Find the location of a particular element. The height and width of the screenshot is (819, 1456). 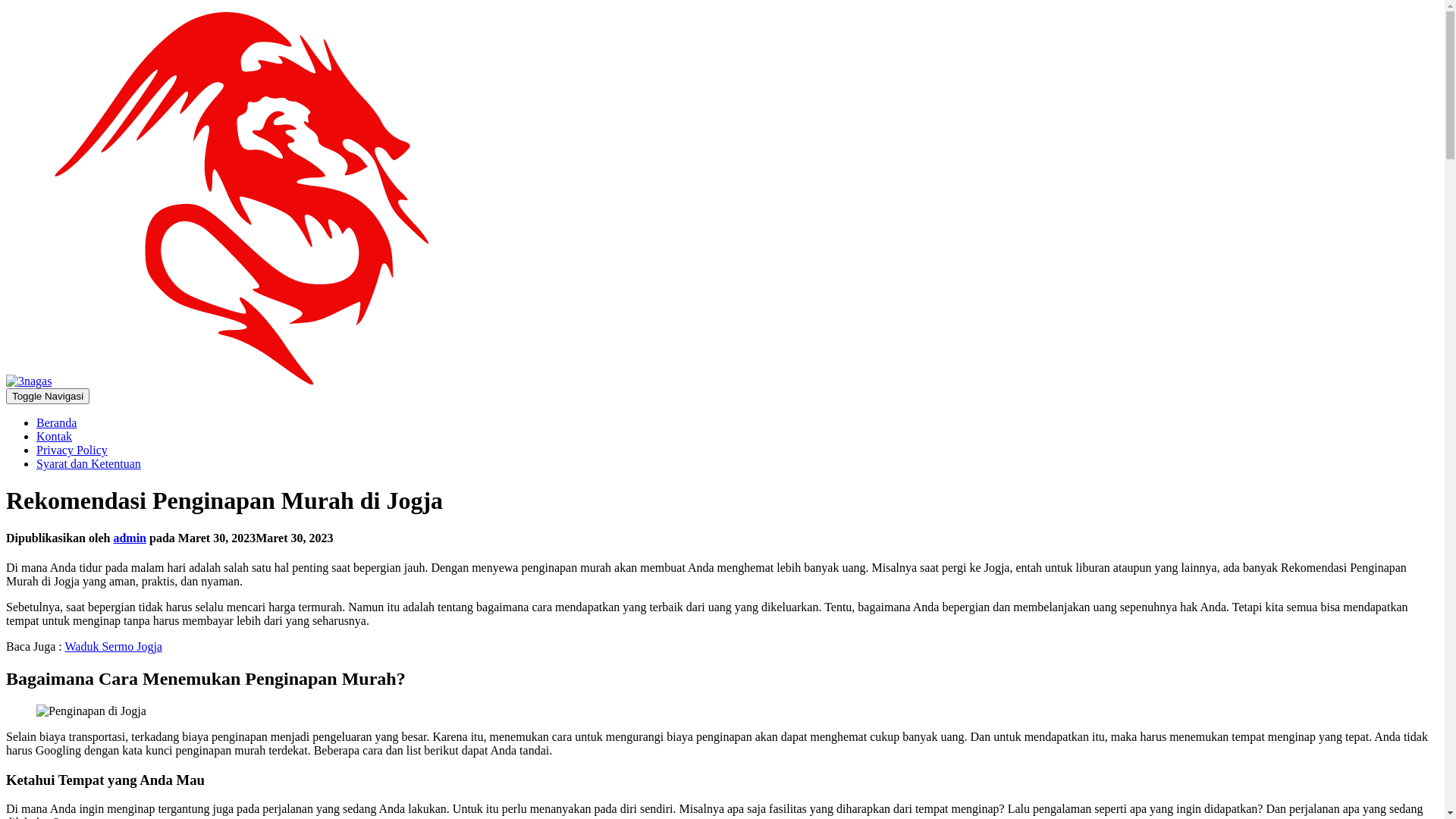

'Waduk Sermo Jogja' is located at coordinates (64, 646).